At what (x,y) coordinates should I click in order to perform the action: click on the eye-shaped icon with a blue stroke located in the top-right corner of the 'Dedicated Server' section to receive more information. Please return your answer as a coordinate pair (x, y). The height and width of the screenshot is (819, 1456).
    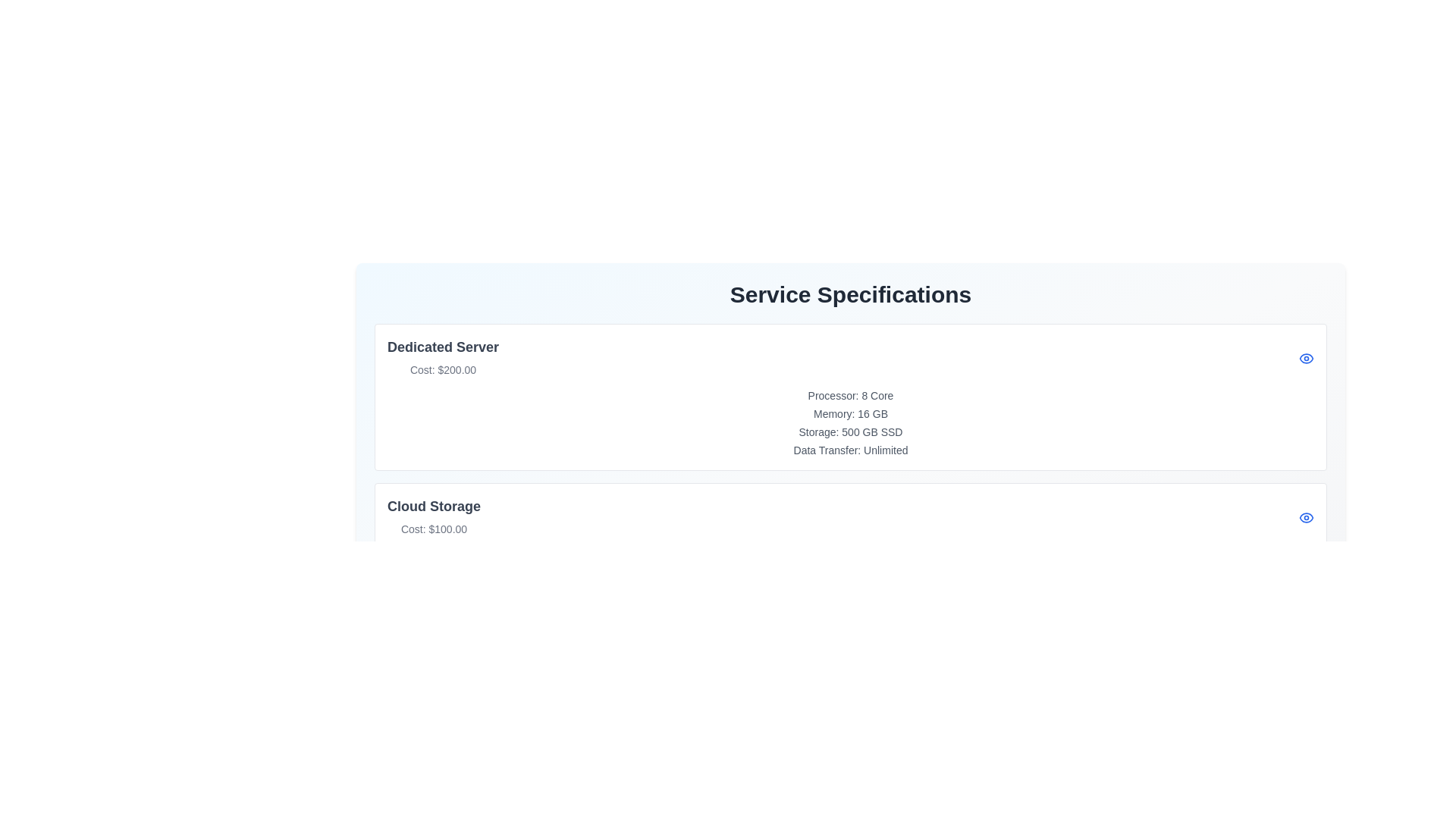
    Looking at the image, I should click on (1306, 357).